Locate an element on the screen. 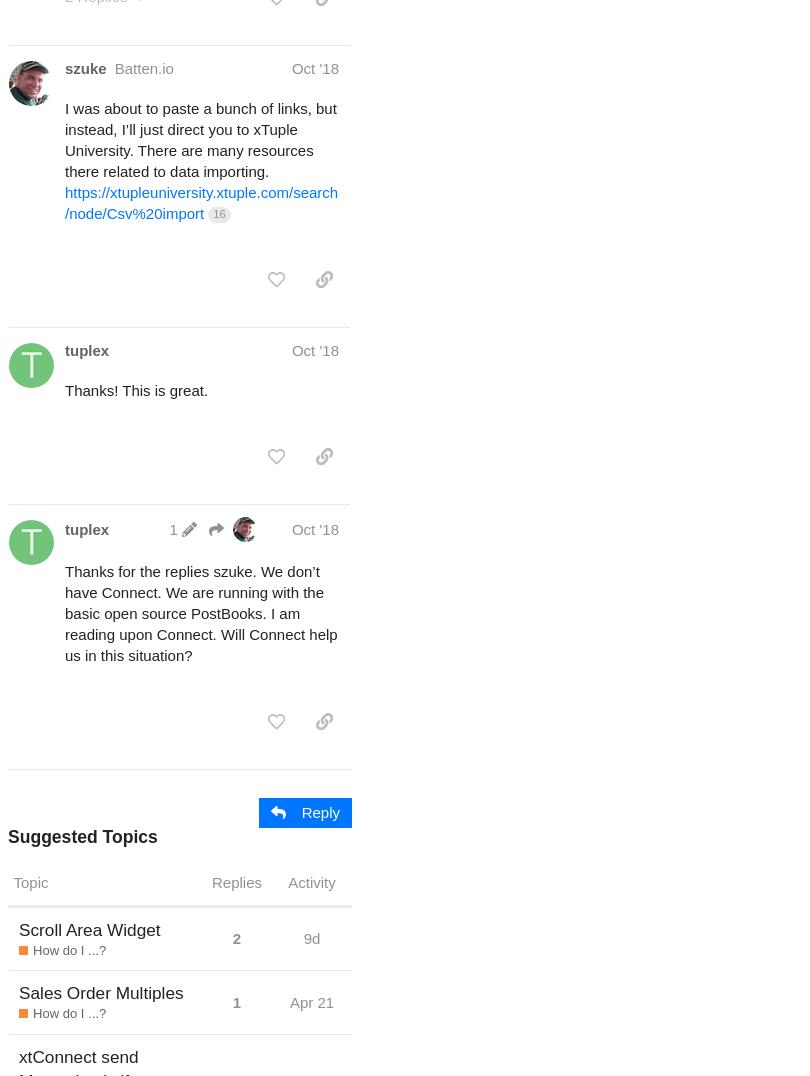 Image resolution: width=810 pixels, height=1076 pixels. 'I was about to paste a bunch of links, but instead, I’ll just direct you to xTuple University. There are many resources there related to data importing.' is located at coordinates (200, 139).